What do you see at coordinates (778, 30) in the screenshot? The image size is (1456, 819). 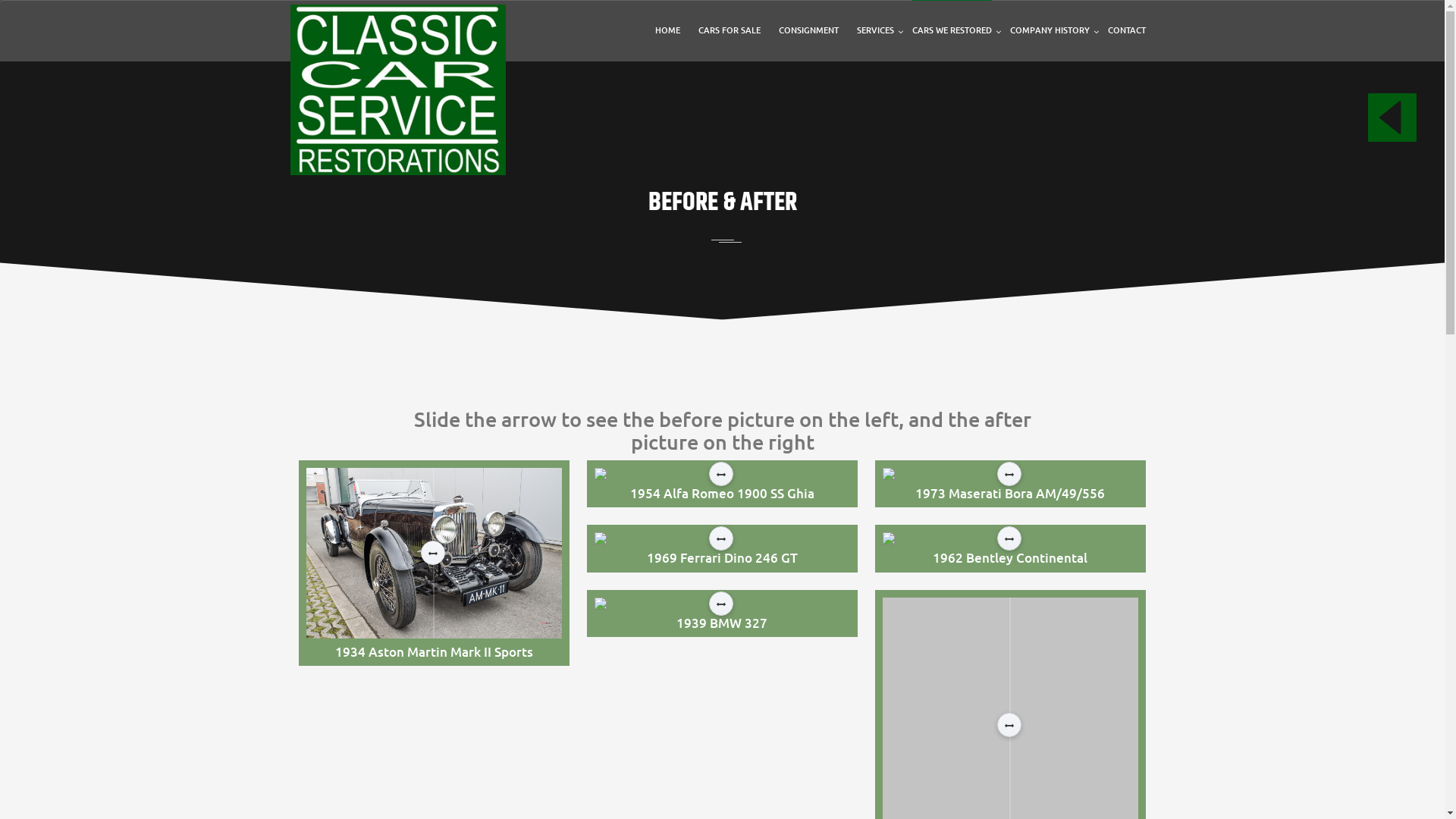 I see `'CONSIGNMENT'` at bounding box center [778, 30].